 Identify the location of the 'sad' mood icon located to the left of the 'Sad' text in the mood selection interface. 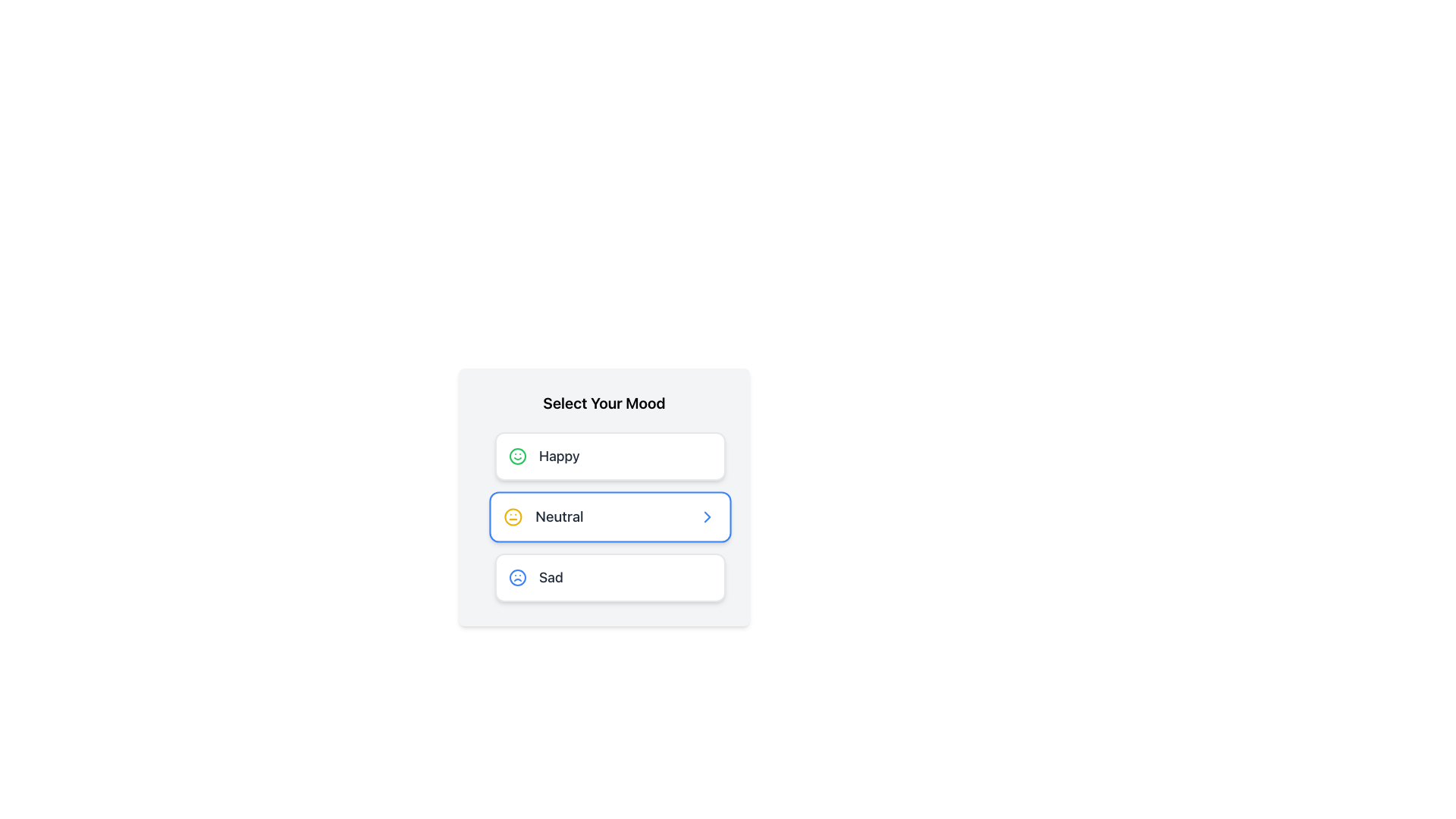
(517, 578).